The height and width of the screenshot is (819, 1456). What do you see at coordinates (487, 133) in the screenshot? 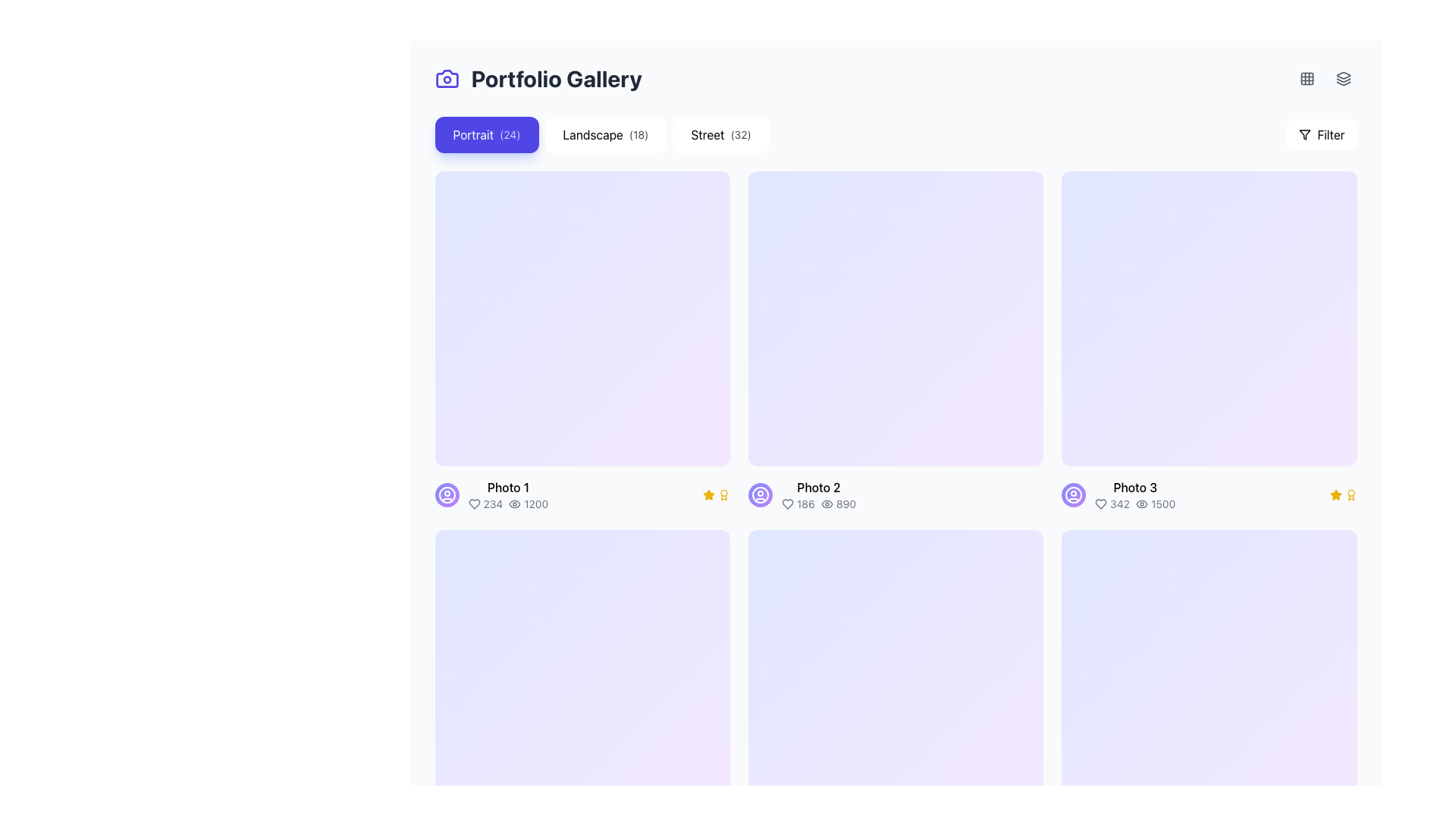
I see `the button with a rounded blue background and white text displaying 'Portrait (24)'` at bounding box center [487, 133].